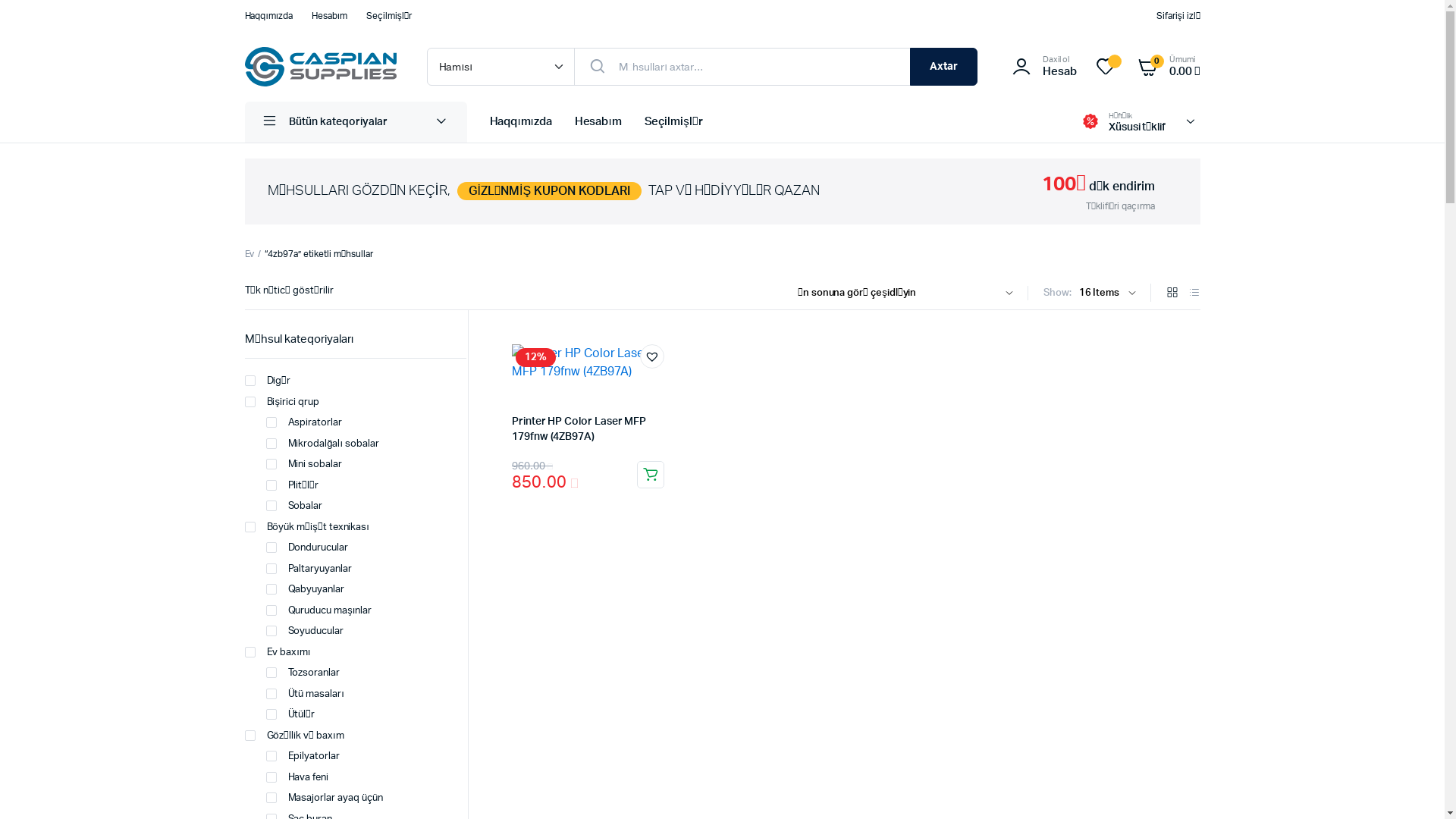 The width and height of the screenshot is (1456, 819). What do you see at coordinates (265, 589) in the screenshot?
I see `'Qabyuyanlar'` at bounding box center [265, 589].